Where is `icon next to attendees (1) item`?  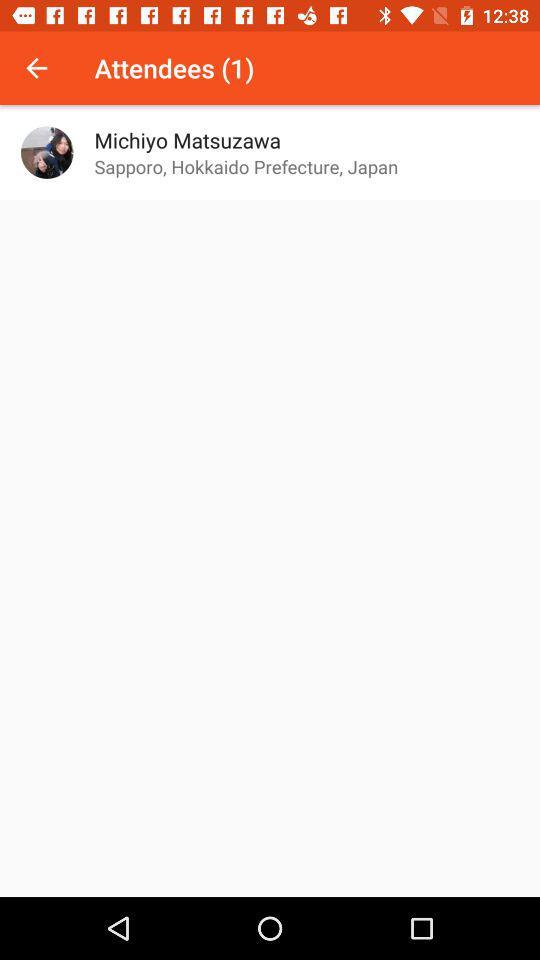 icon next to attendees (1) item is located at coordinates (36, 68).